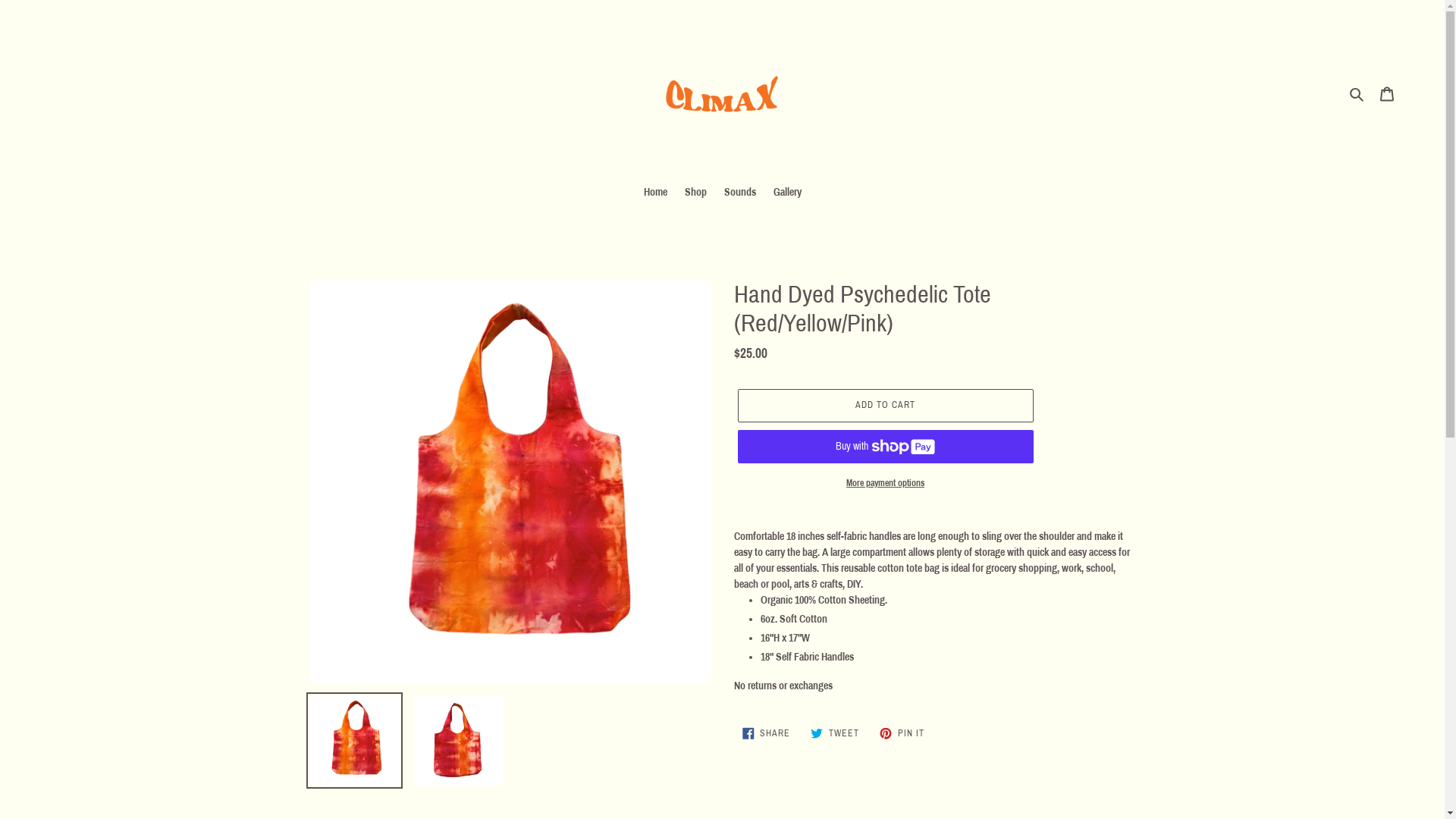  What do you see at coordinates (1357, 93) in the screenshot?
I see `'Search'` at bounding box center [1357, 93].